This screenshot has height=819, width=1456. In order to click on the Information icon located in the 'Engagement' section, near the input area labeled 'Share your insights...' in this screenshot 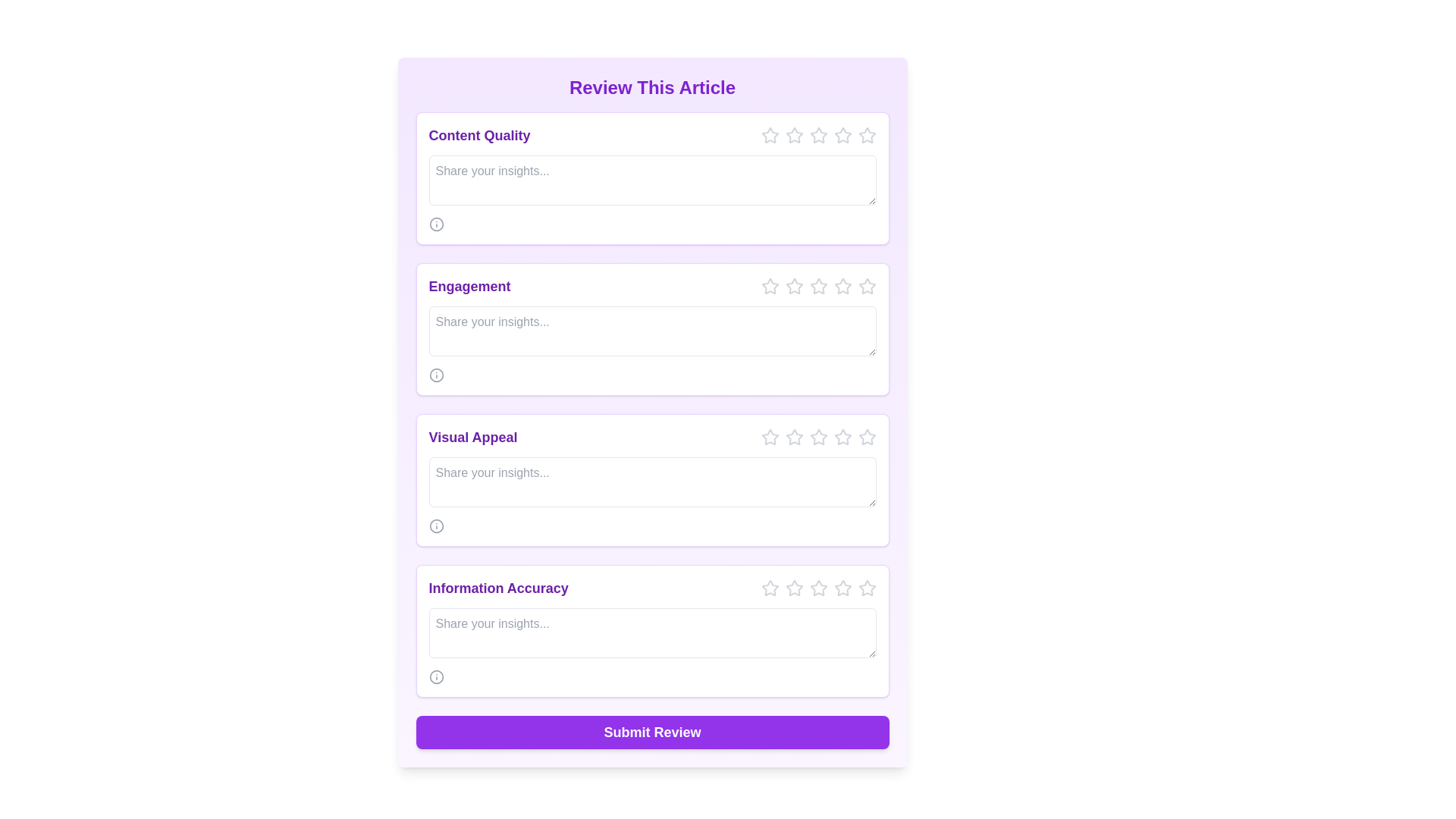, I will do `click(435, 375)`.